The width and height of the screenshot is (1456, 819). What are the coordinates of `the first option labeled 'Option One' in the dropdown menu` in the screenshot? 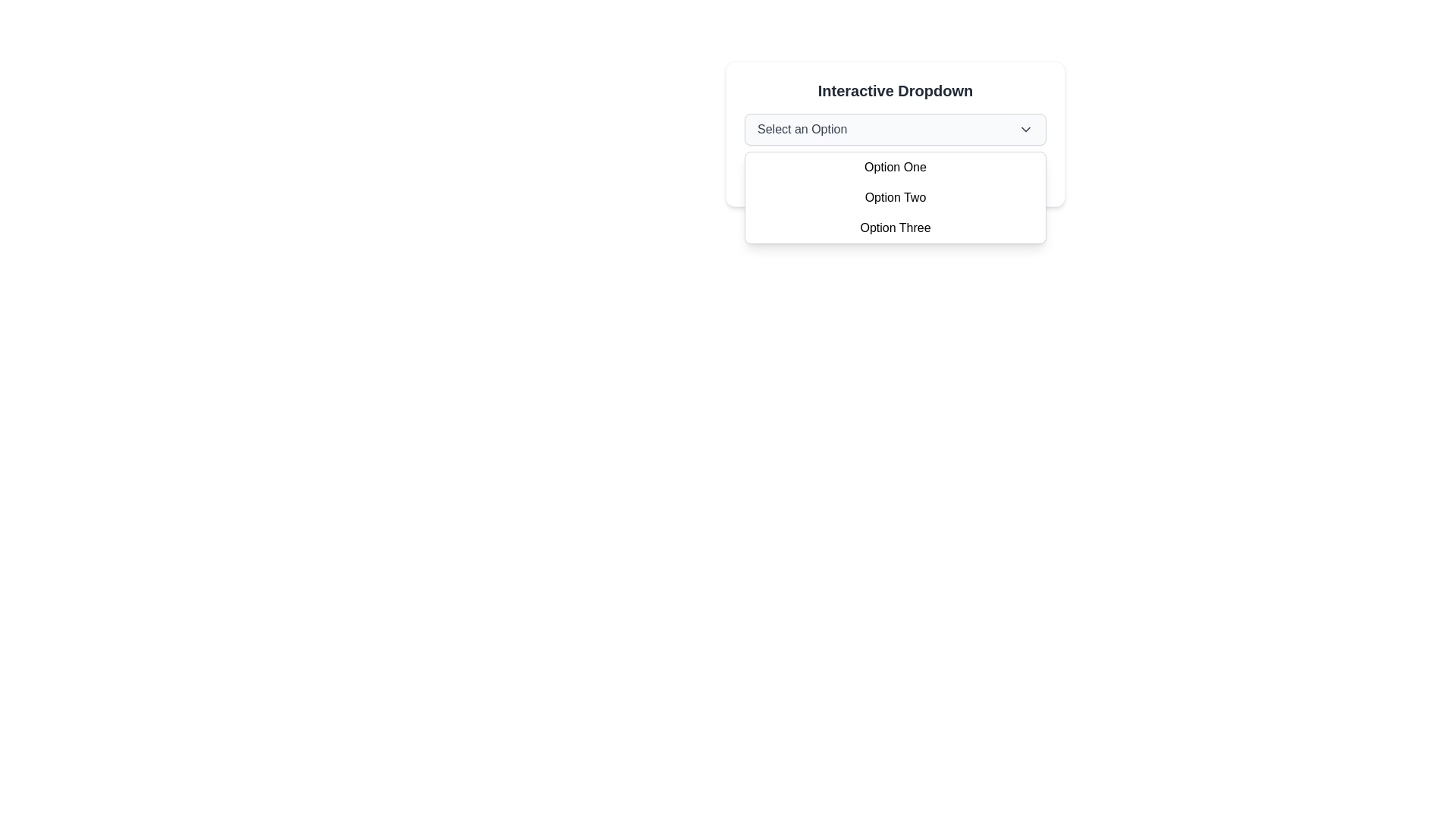 It's located at (895, 167).